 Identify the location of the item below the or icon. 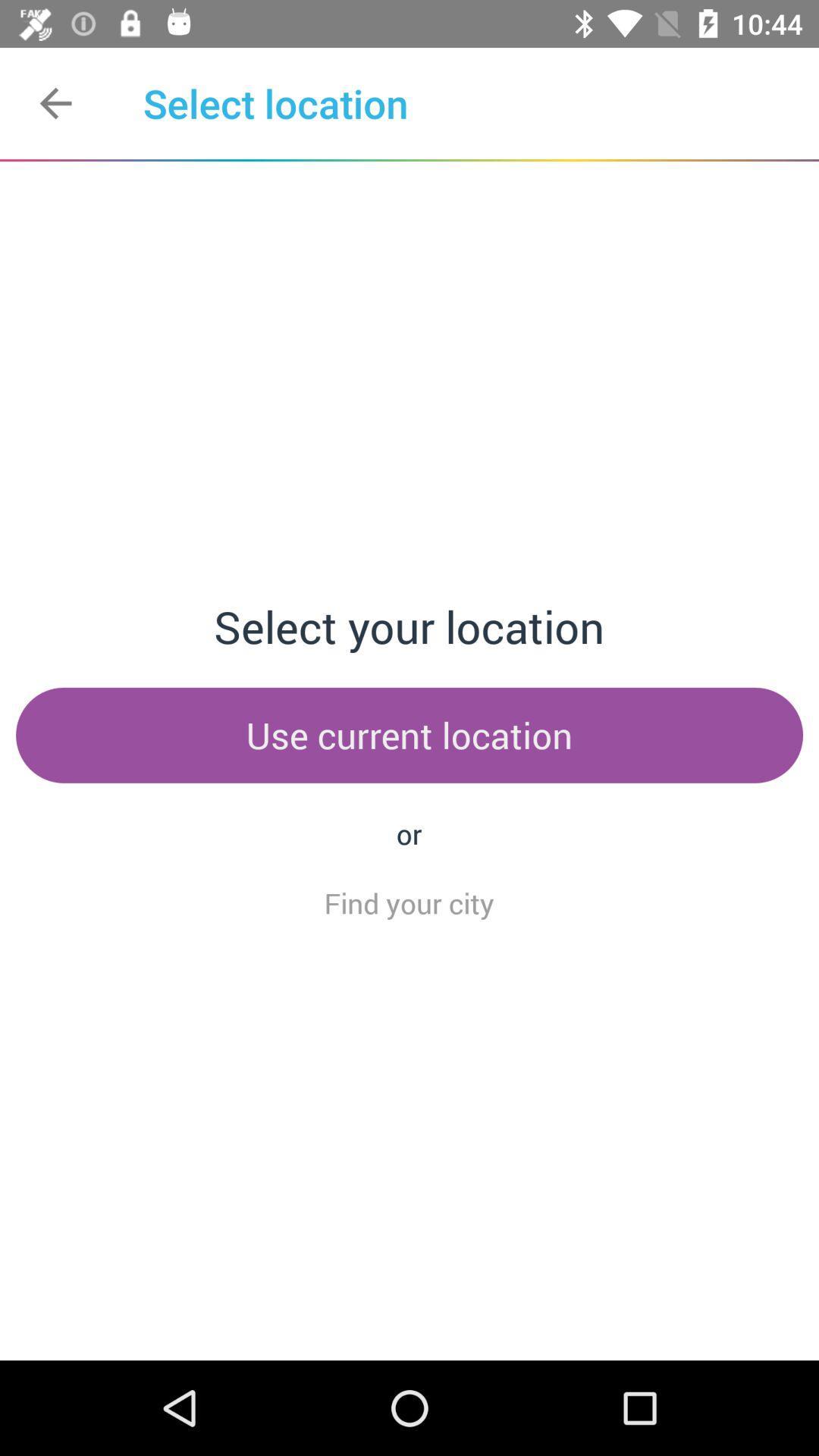
(408, 902).